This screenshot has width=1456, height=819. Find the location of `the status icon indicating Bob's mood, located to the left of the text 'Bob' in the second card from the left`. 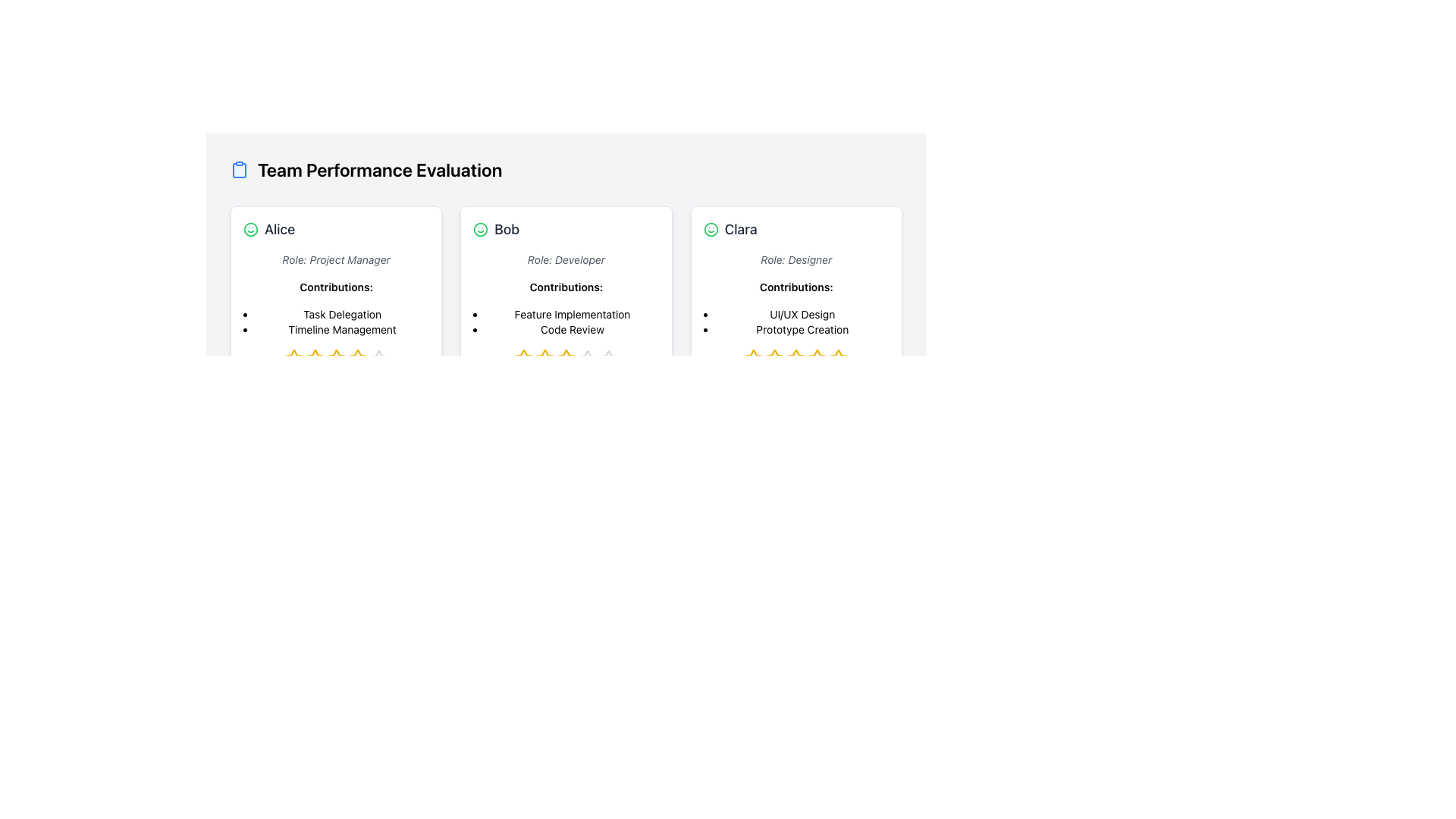

the status icon indicating Bob's mood, located to the left of the text 'Bob' in the second card from the left is located at coordinates (480, 230).